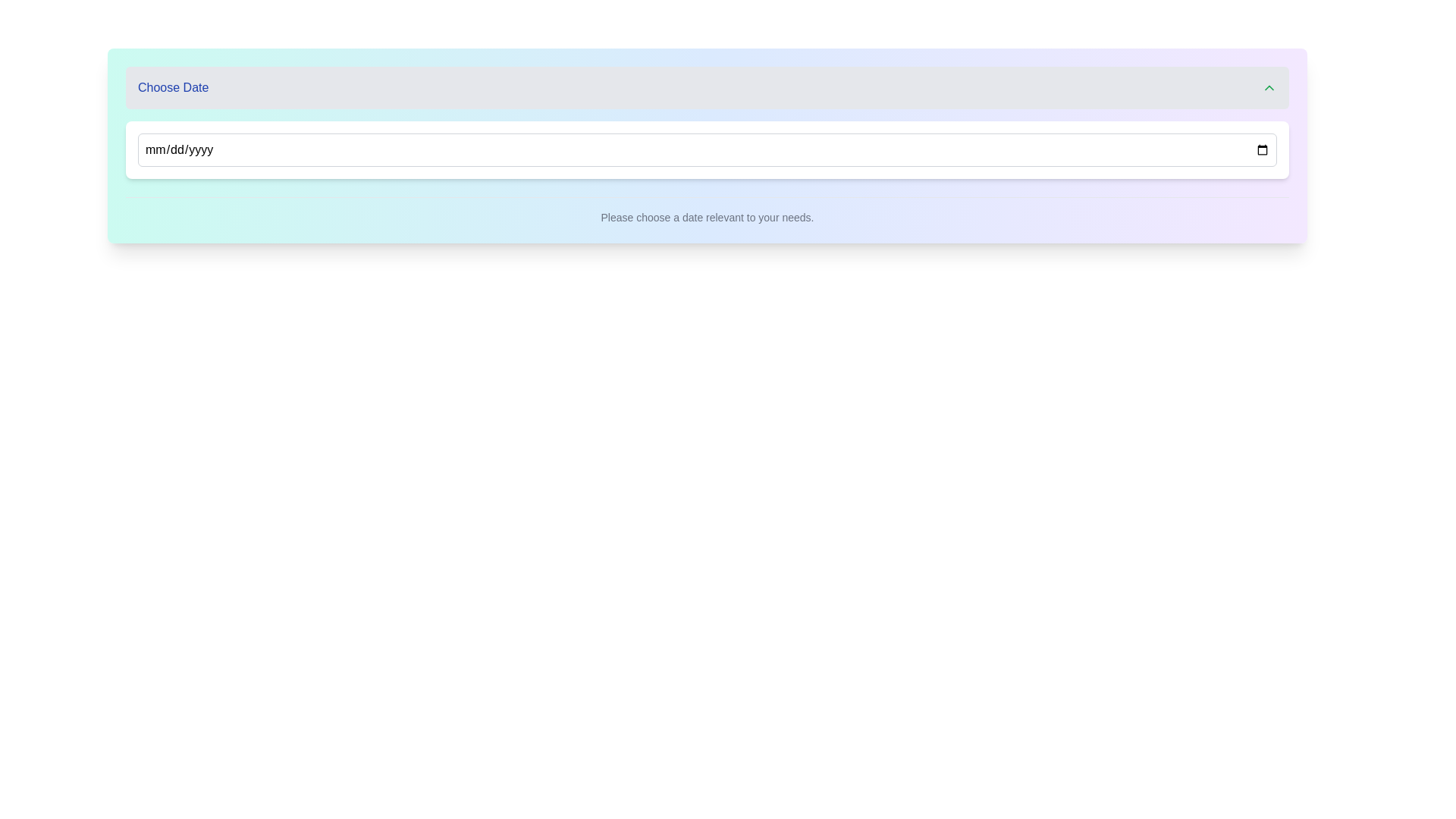 The width and height of the screenshot is (1456, 819). I want to click on the text label that reads 'Please choose a date relevant to your needs.' which is positioned near the bottom of a rounded rectangular UI module, so click(706, 211).